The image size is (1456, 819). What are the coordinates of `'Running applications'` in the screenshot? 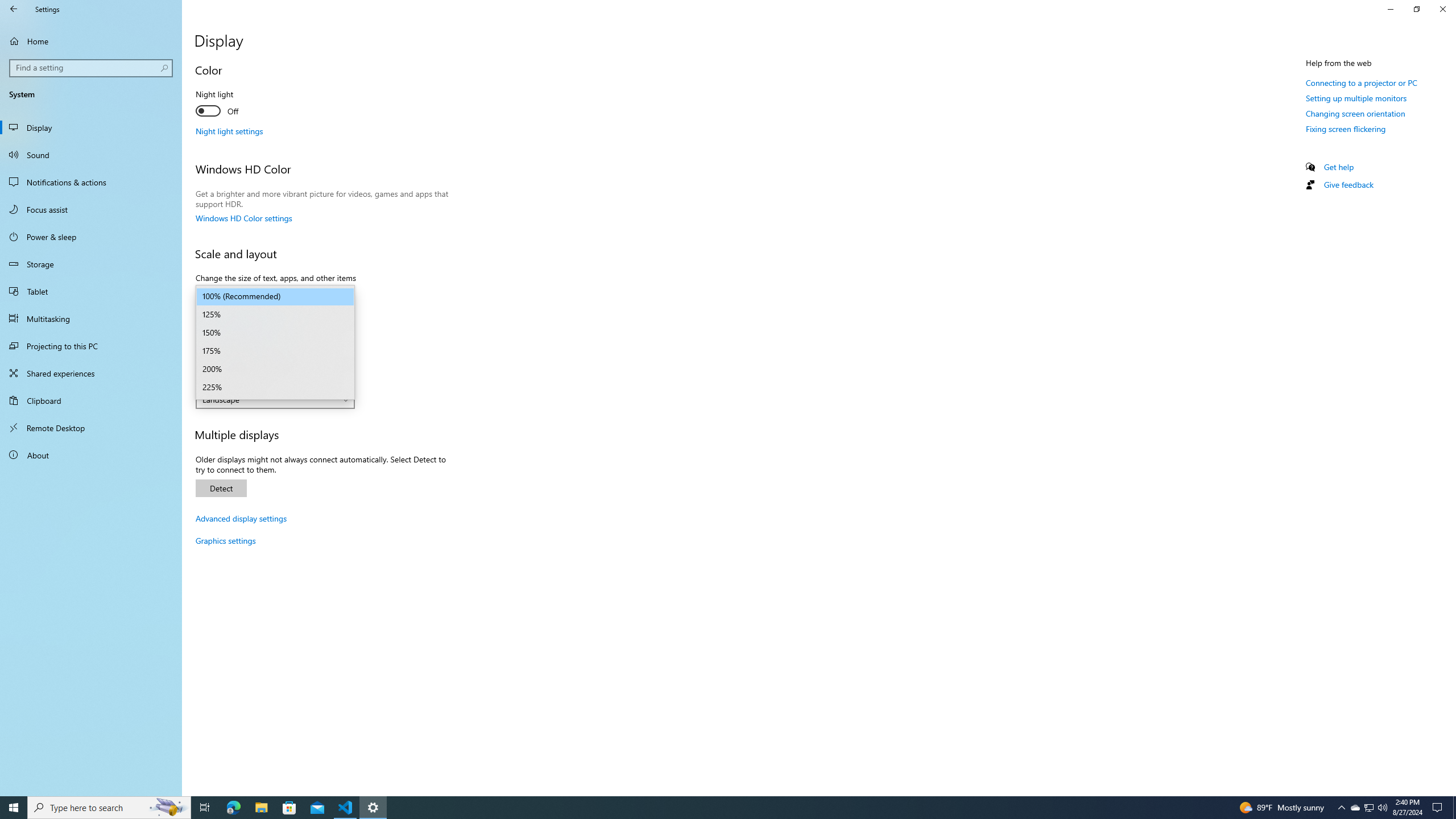 It's located at (717, 806).